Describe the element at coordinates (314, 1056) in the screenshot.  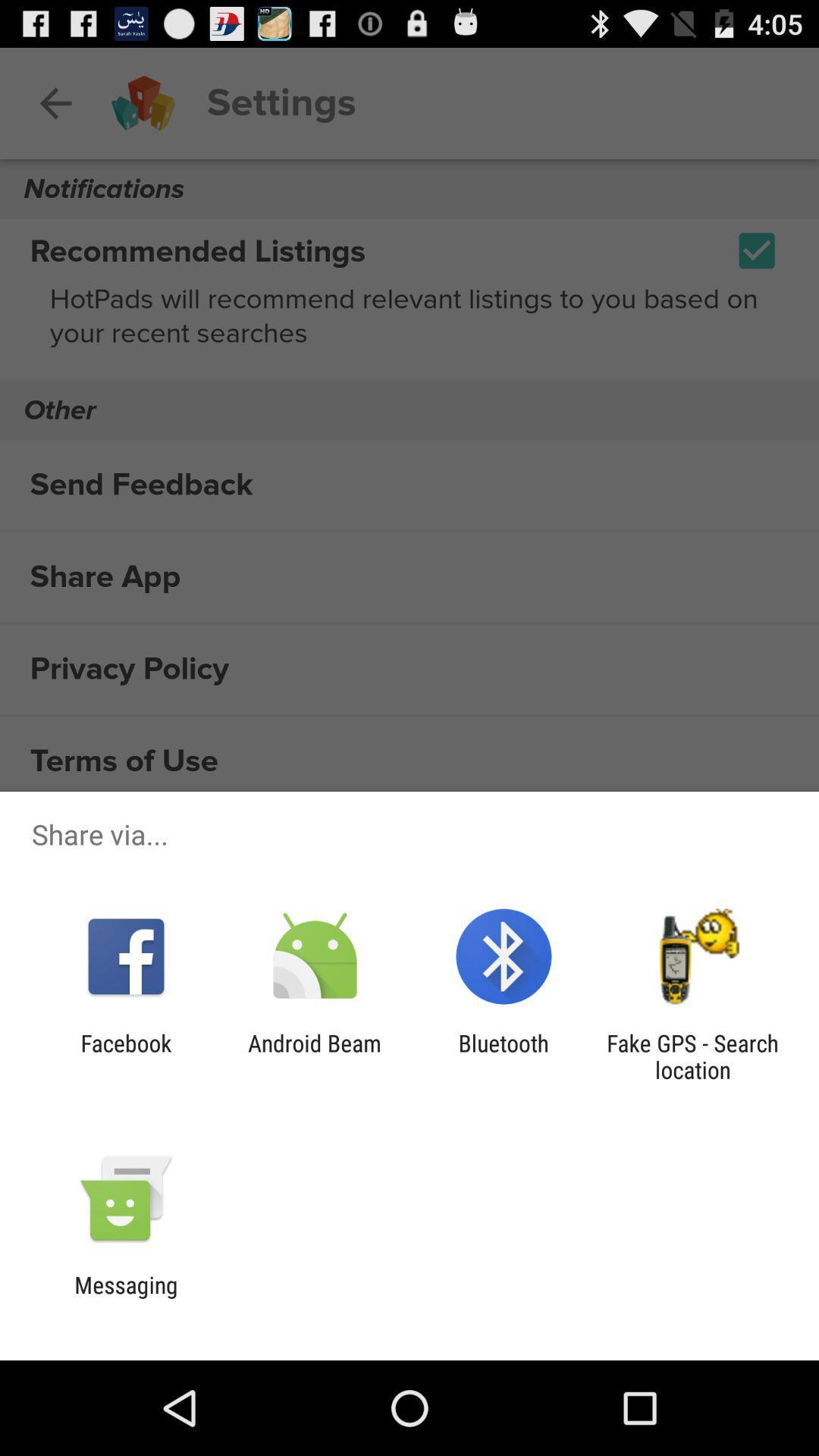
I see `item next to facebook app` at that location.